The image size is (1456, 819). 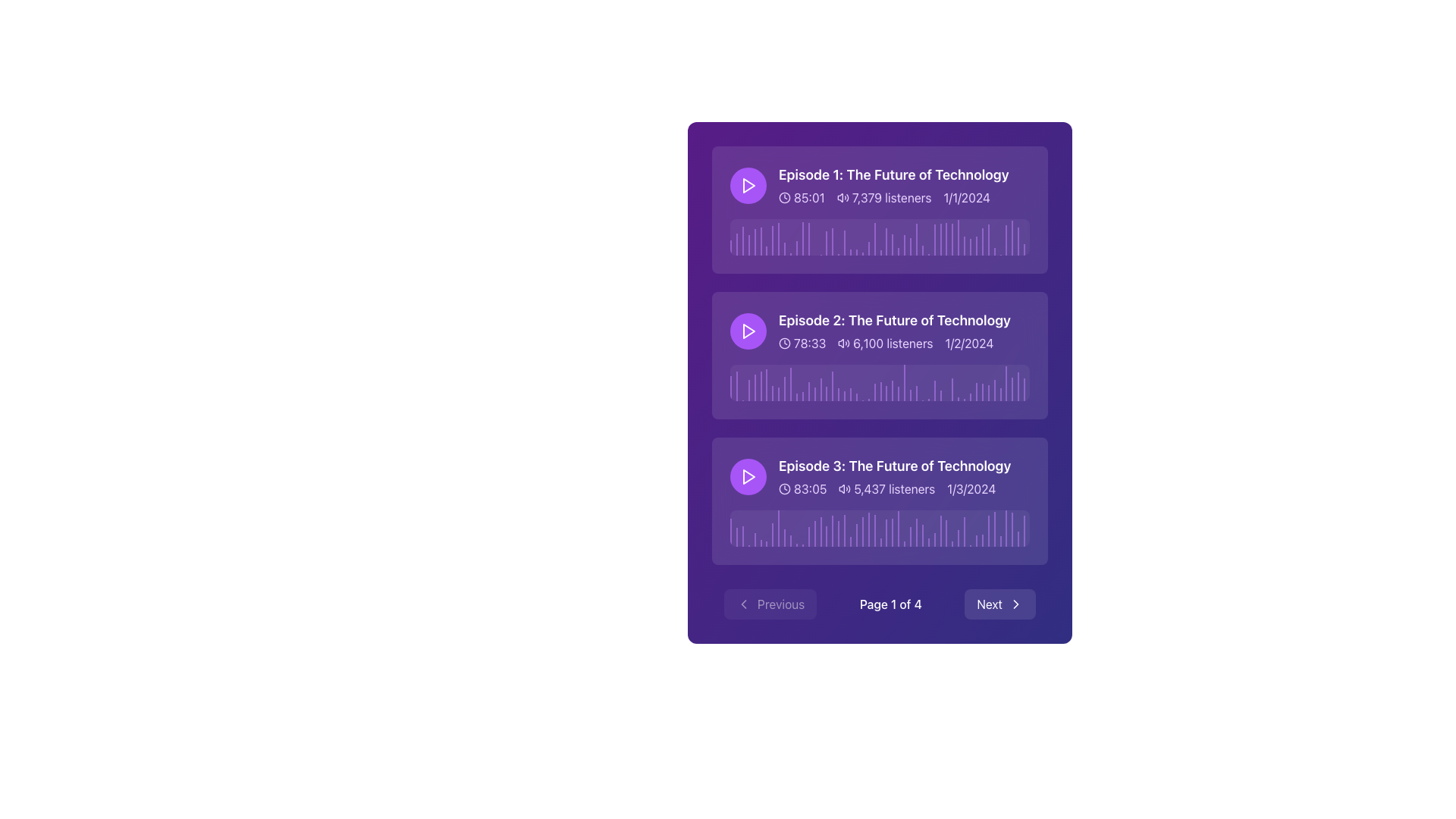 What do you see at coordinates (761, 542) in the screenshot?
I see `the sixth purple waveform bar located in the middle of the waveform below the 'Episode 3: The Future of Technology' section` at bounding box center [761, 542].